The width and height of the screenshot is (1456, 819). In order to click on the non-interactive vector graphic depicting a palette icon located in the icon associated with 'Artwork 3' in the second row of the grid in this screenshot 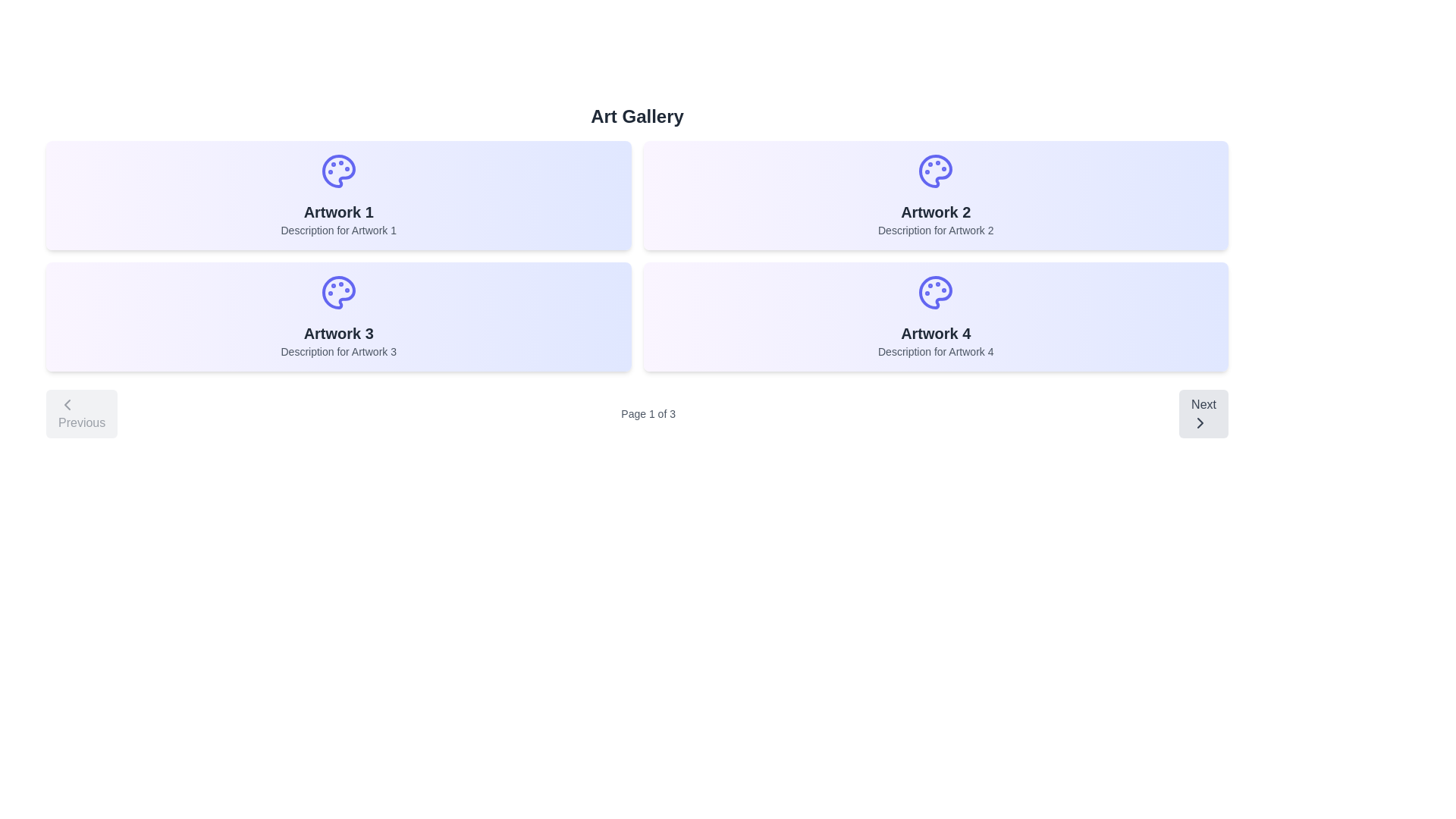, I will do `click(337, 292)`.